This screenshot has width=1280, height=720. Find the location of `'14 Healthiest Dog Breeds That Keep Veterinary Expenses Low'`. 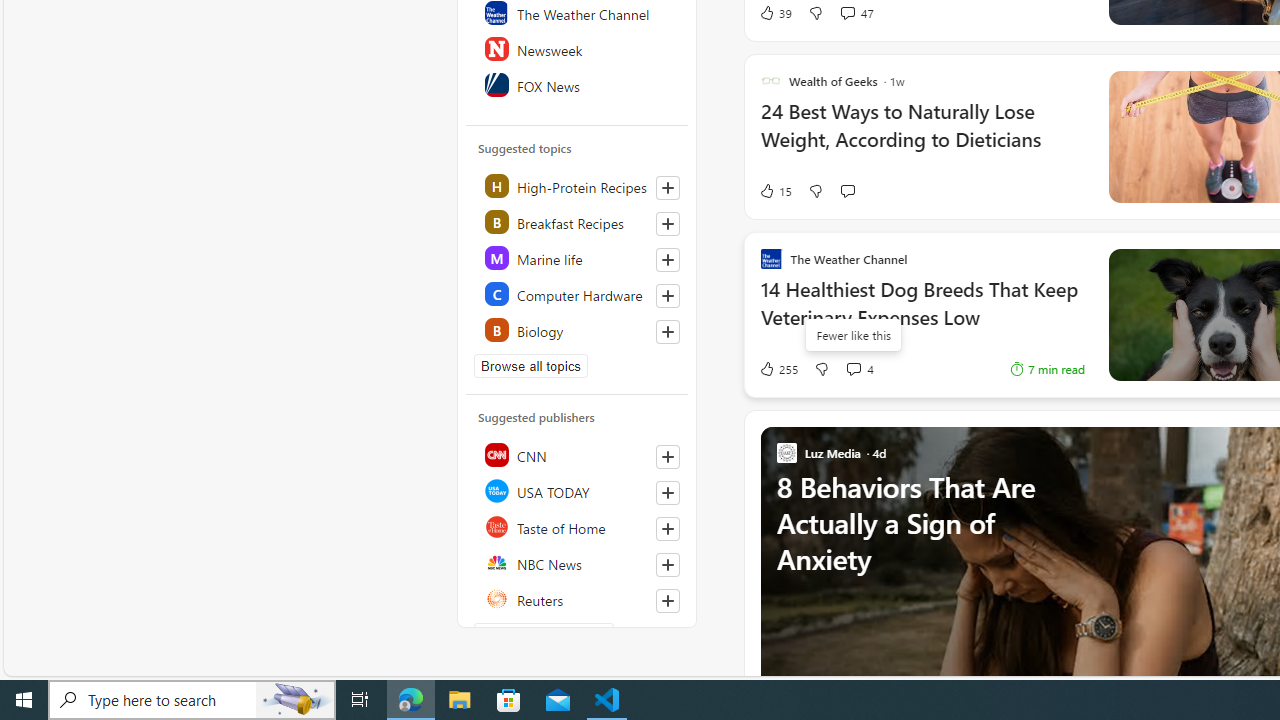

'14 Healthiest Dog Breeds That Keep Veterinary Expenses Low' is located at coordinates (921, 313).